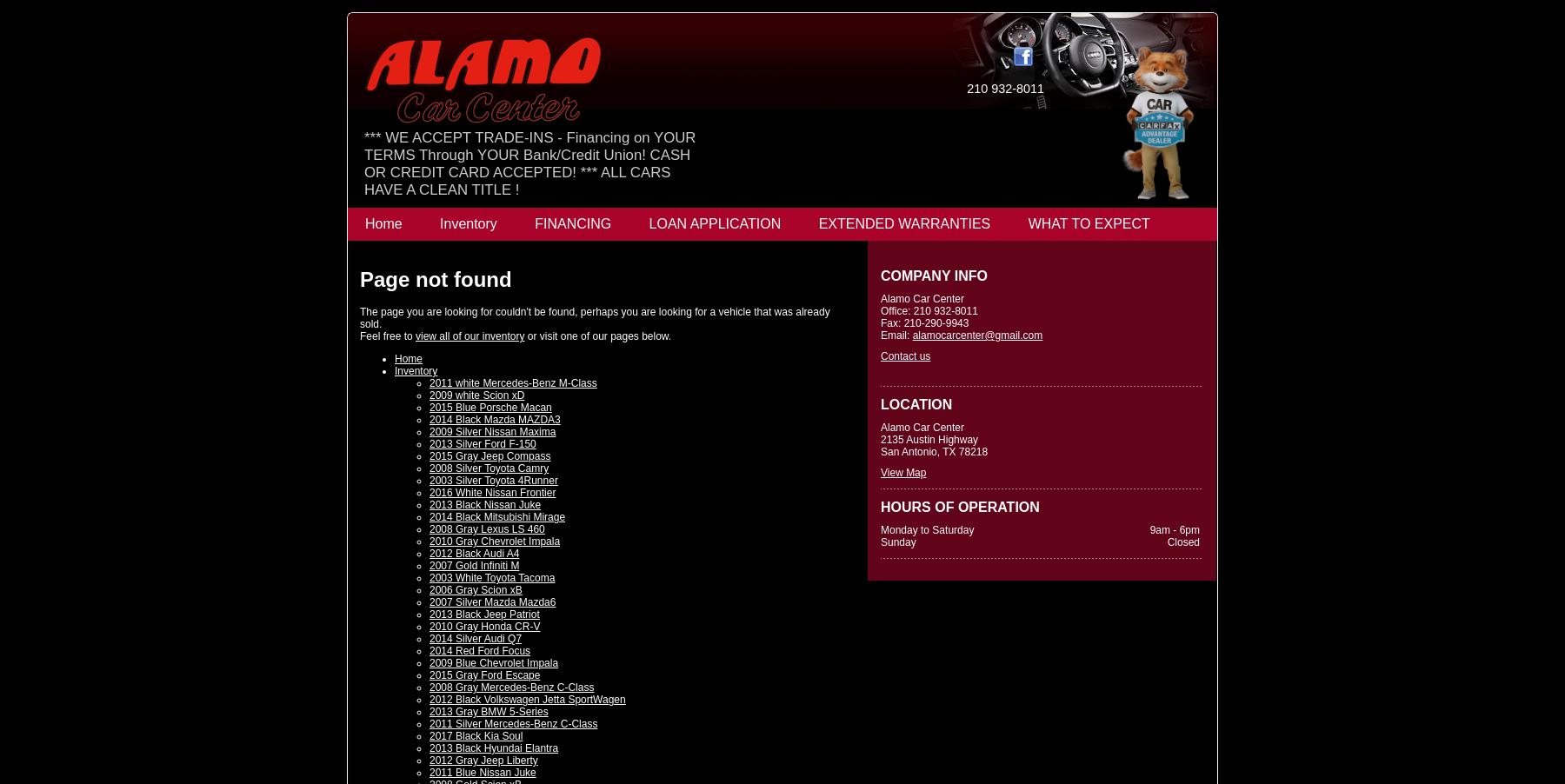 This screenshot has height=784, width=1565. What do you see at coordinates (494, 662) in the screenshot?
I see `'2009 Blue Chevrolet Impala'` at bounding box center [494, 662].